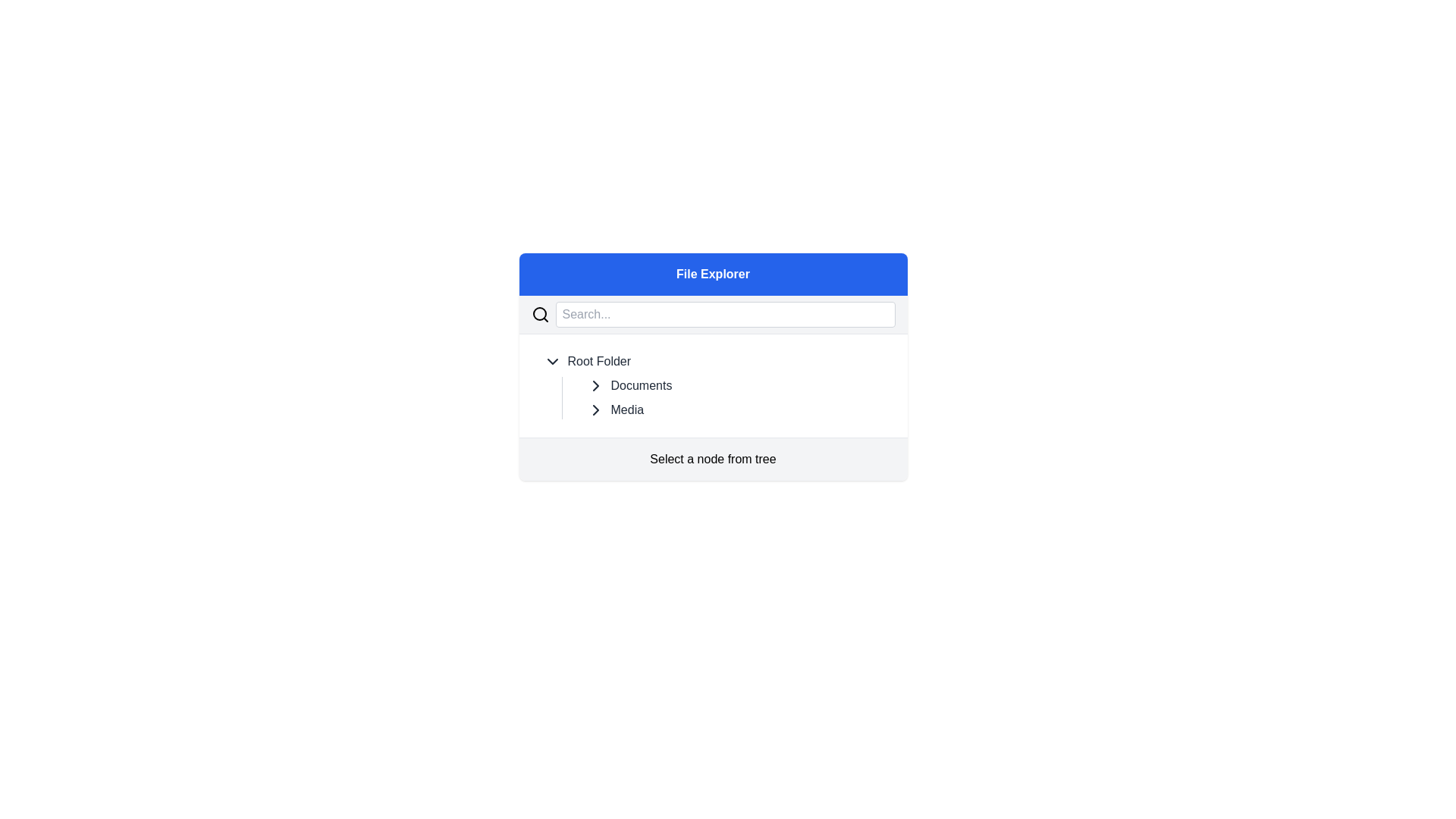 The height and width of the screenshot is (819, 1456). I want to click on the Chevron icon located to the left of the 'Media' label text in the tree view, so click(595, 409).